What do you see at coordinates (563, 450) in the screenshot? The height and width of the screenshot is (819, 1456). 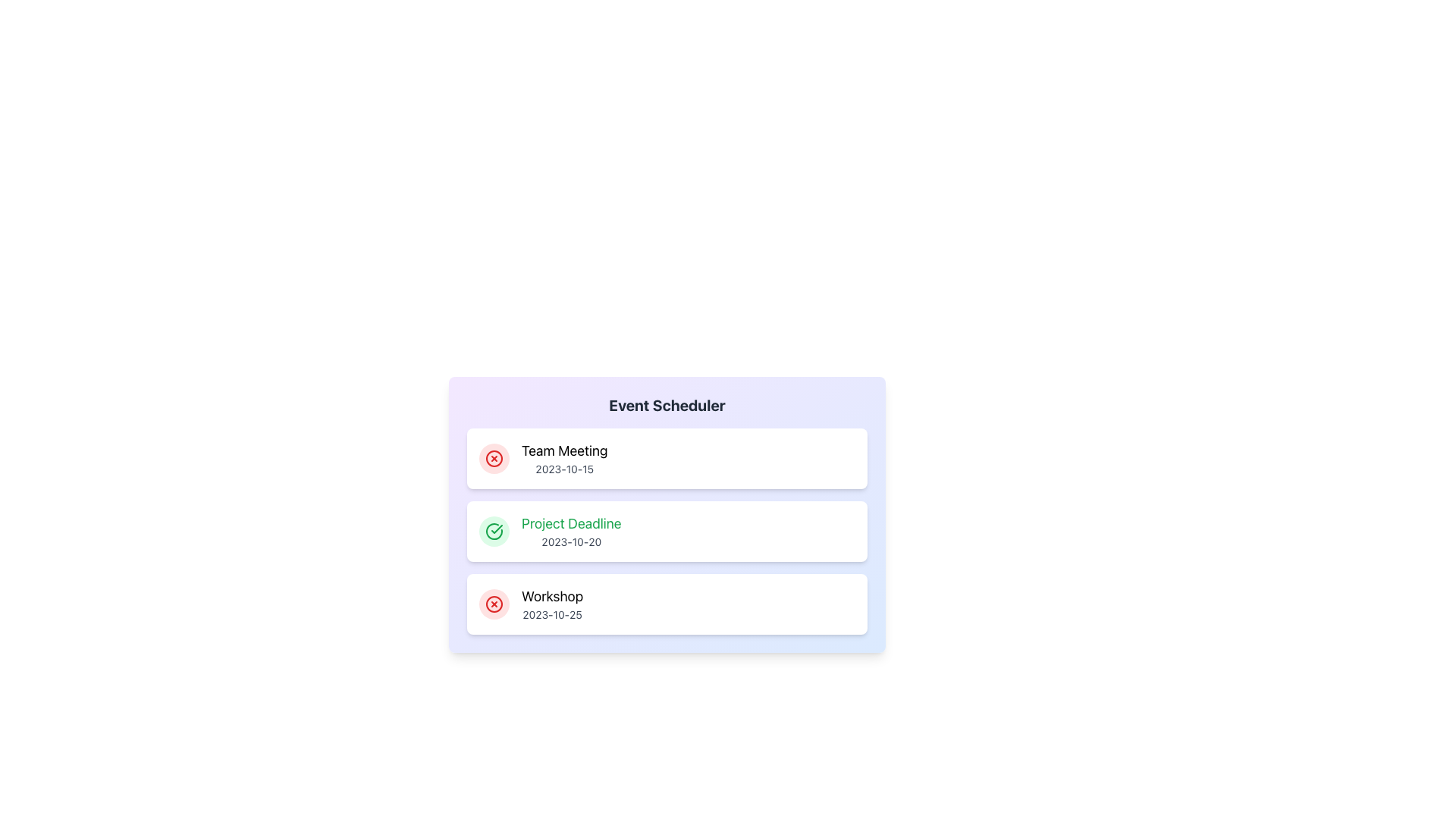 I see `text label that identifies the event in the scheduling application, located in the topmost card of the 'Event Scheduler' module` at bounding box center [563, 450].